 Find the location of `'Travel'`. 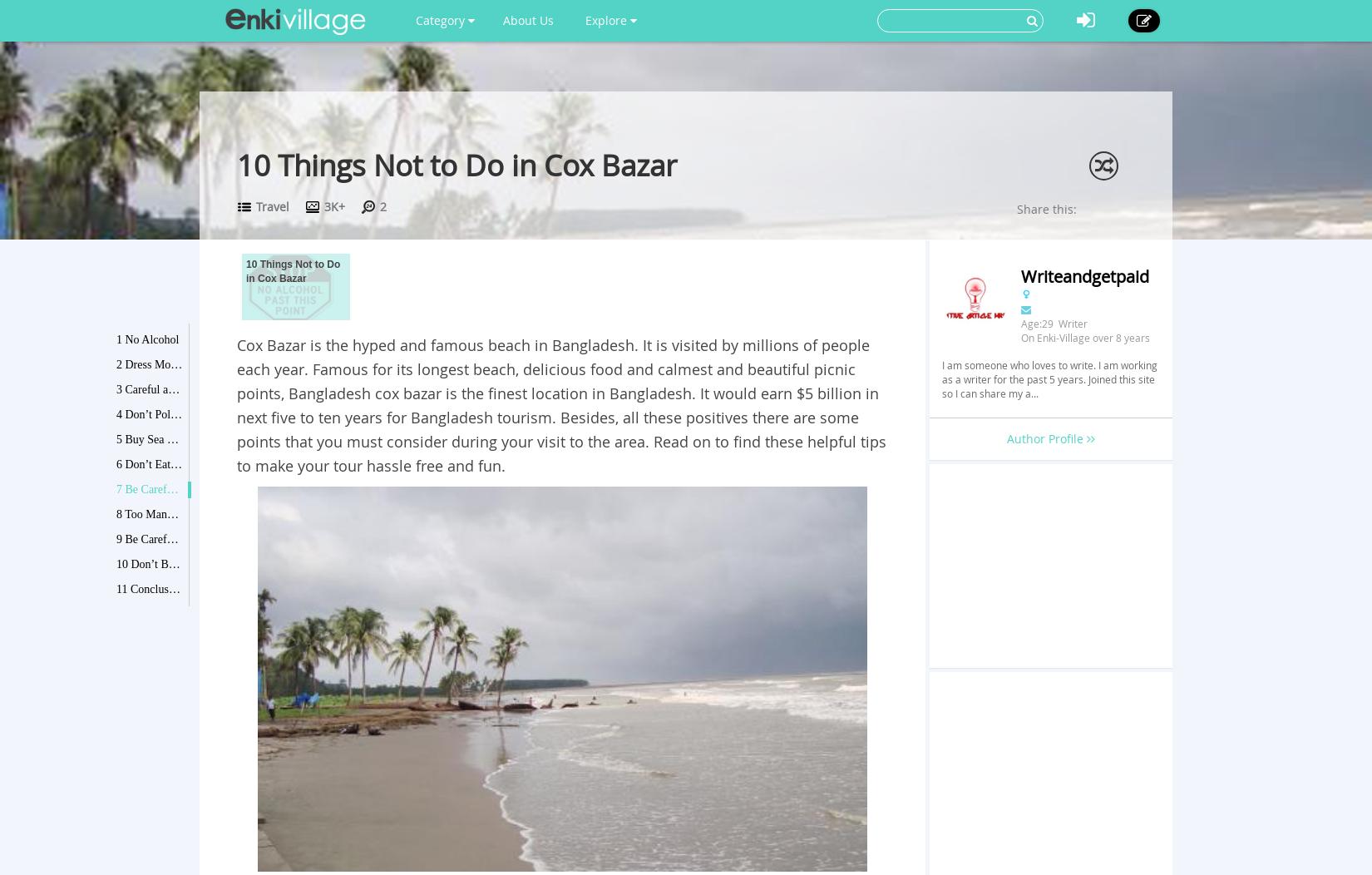

'Travel' is located at coordinates (273, 205).